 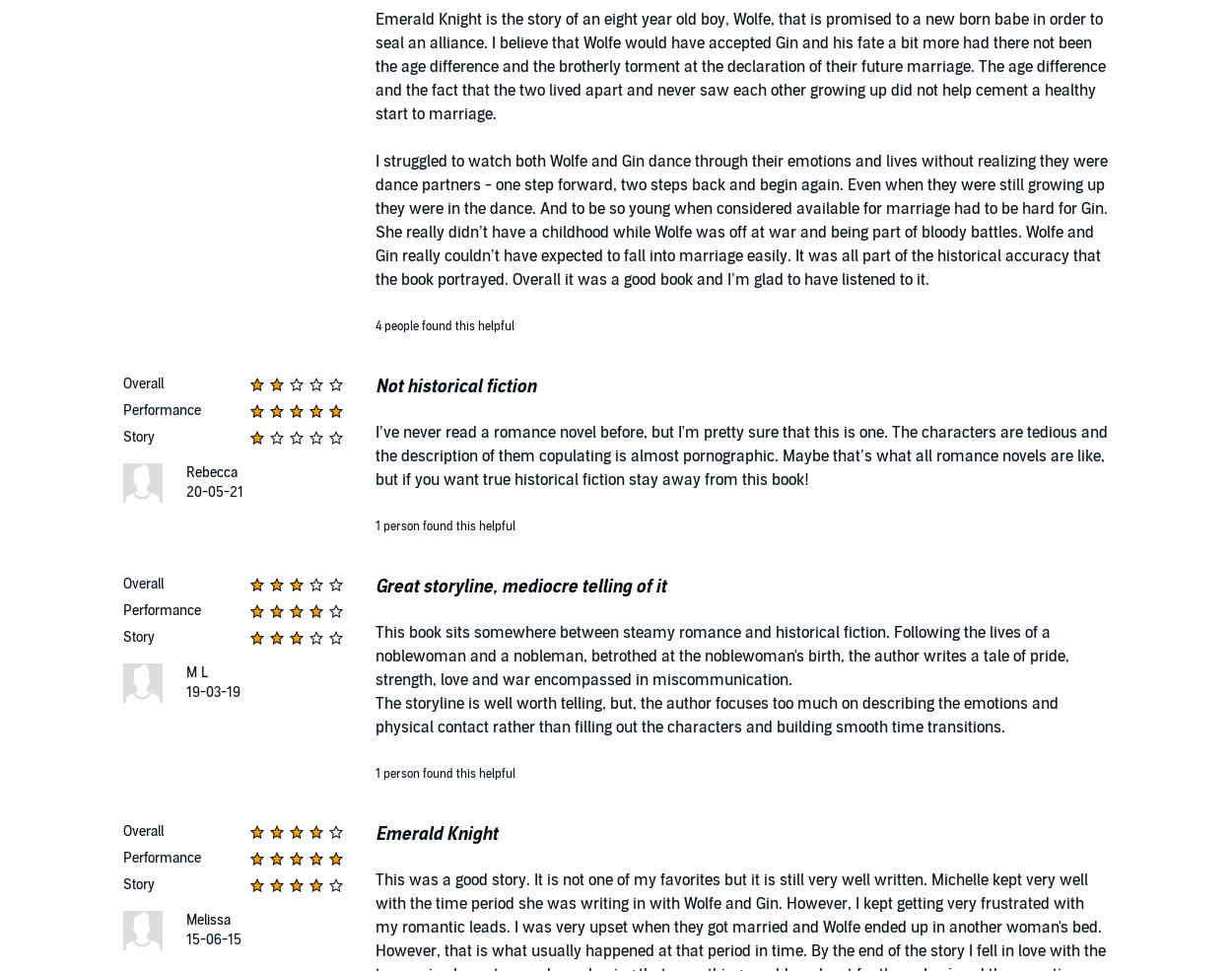 What do you see at coordinates (210, 471) in the screenshot?
I see `'Rebecca'` at bounding box center [210, 471].